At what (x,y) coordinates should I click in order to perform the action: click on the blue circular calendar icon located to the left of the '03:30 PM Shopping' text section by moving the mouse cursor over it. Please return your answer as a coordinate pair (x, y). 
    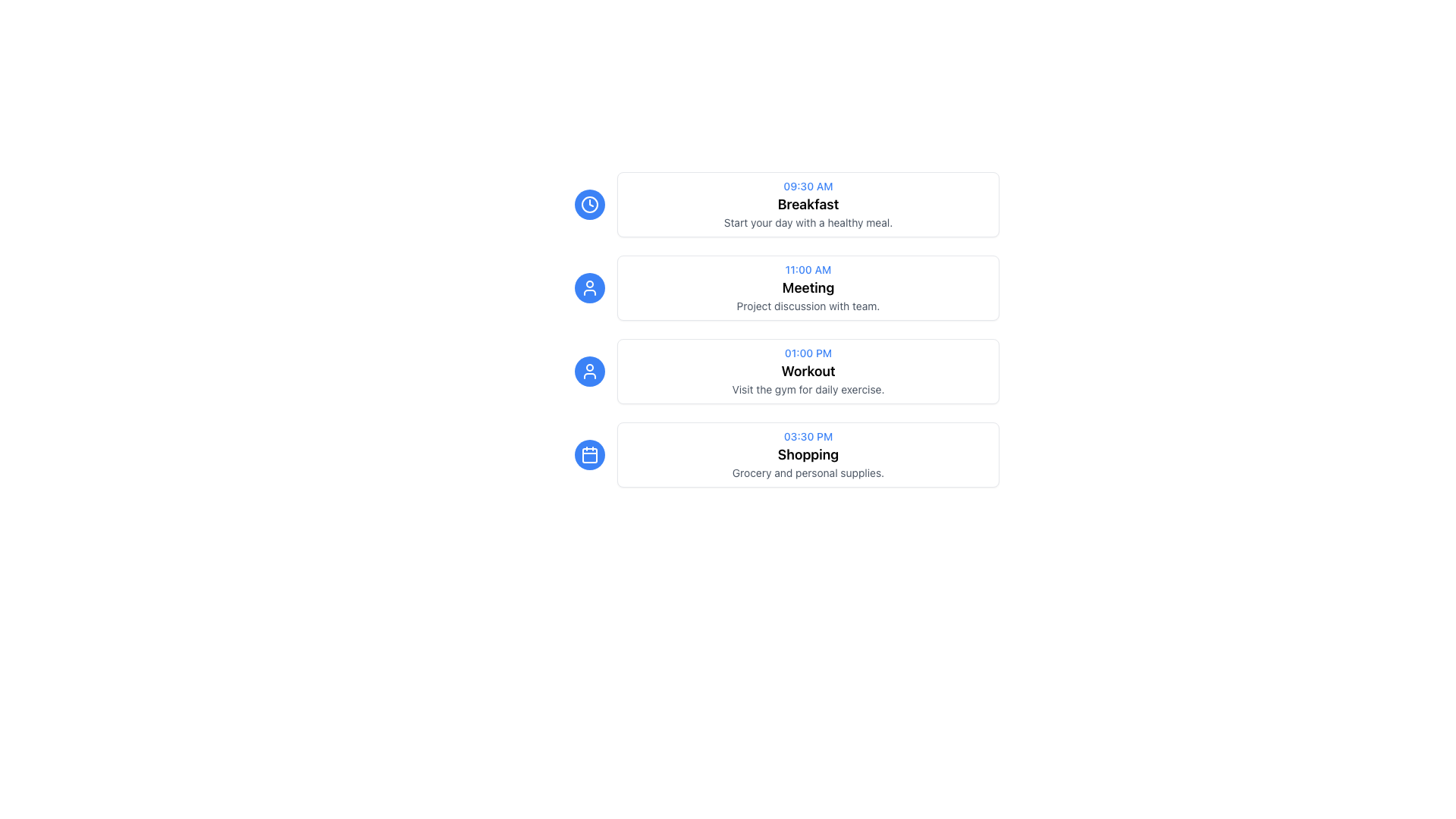
    Looking at the image, I should click on (588, 454).